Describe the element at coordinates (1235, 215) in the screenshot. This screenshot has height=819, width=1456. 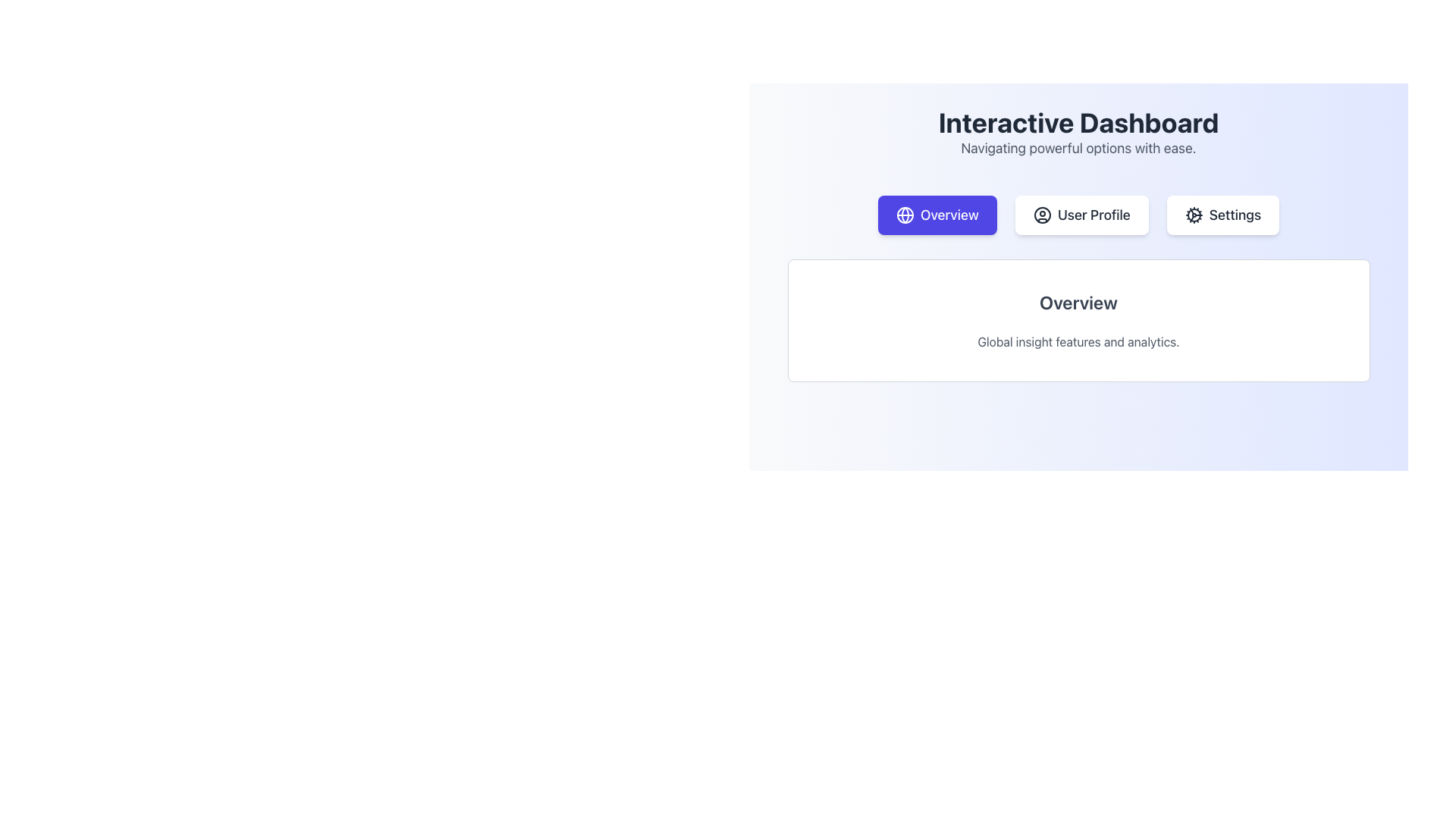
I see `the text label that indicates the purpose of the button for navigating to the settings interface, located to the right of the 'User Profile' button in the horizontal row of buttons` at that location.